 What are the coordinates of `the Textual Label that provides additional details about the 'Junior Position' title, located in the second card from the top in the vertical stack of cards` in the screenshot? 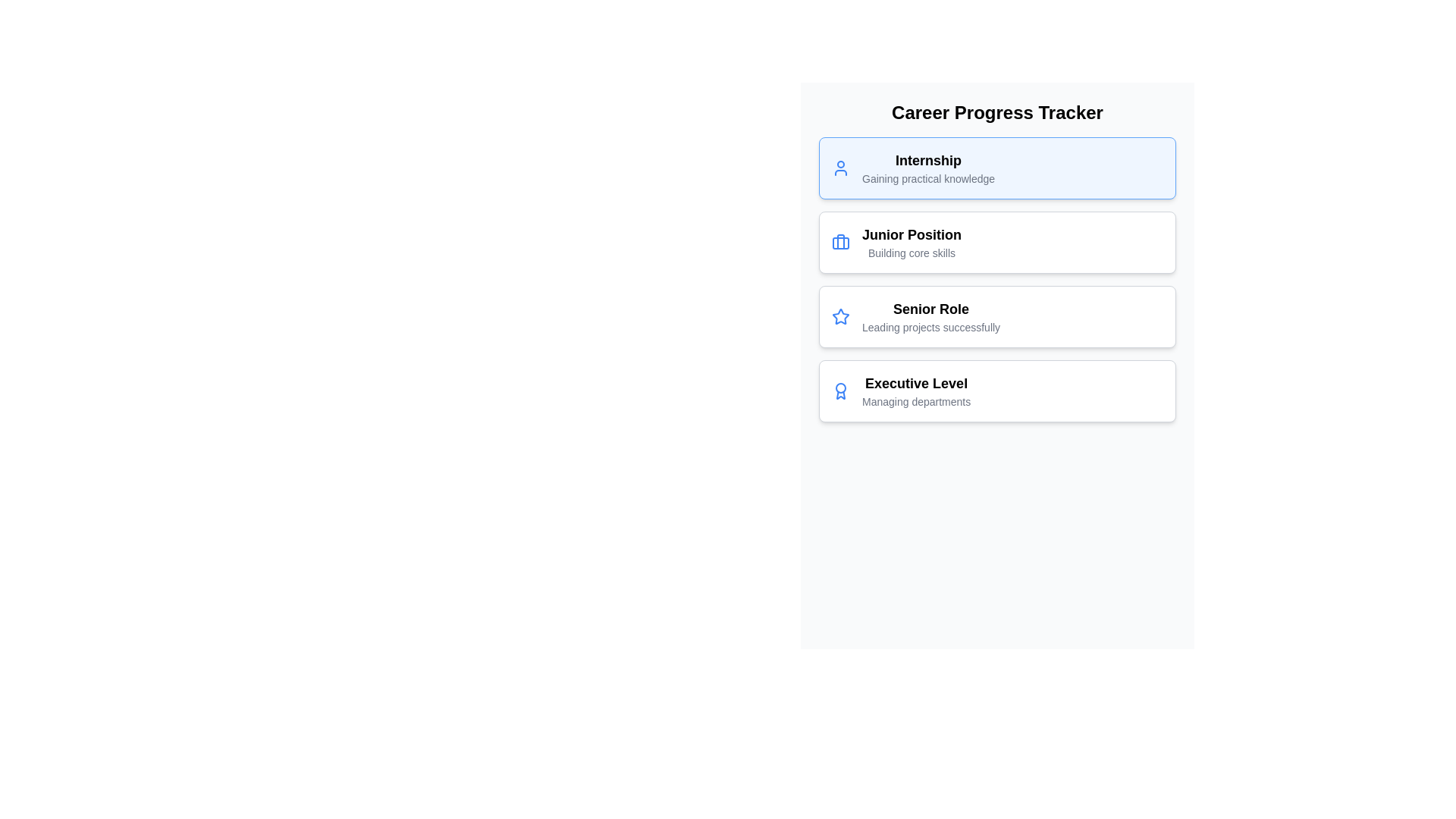 It's located at (911, 253).